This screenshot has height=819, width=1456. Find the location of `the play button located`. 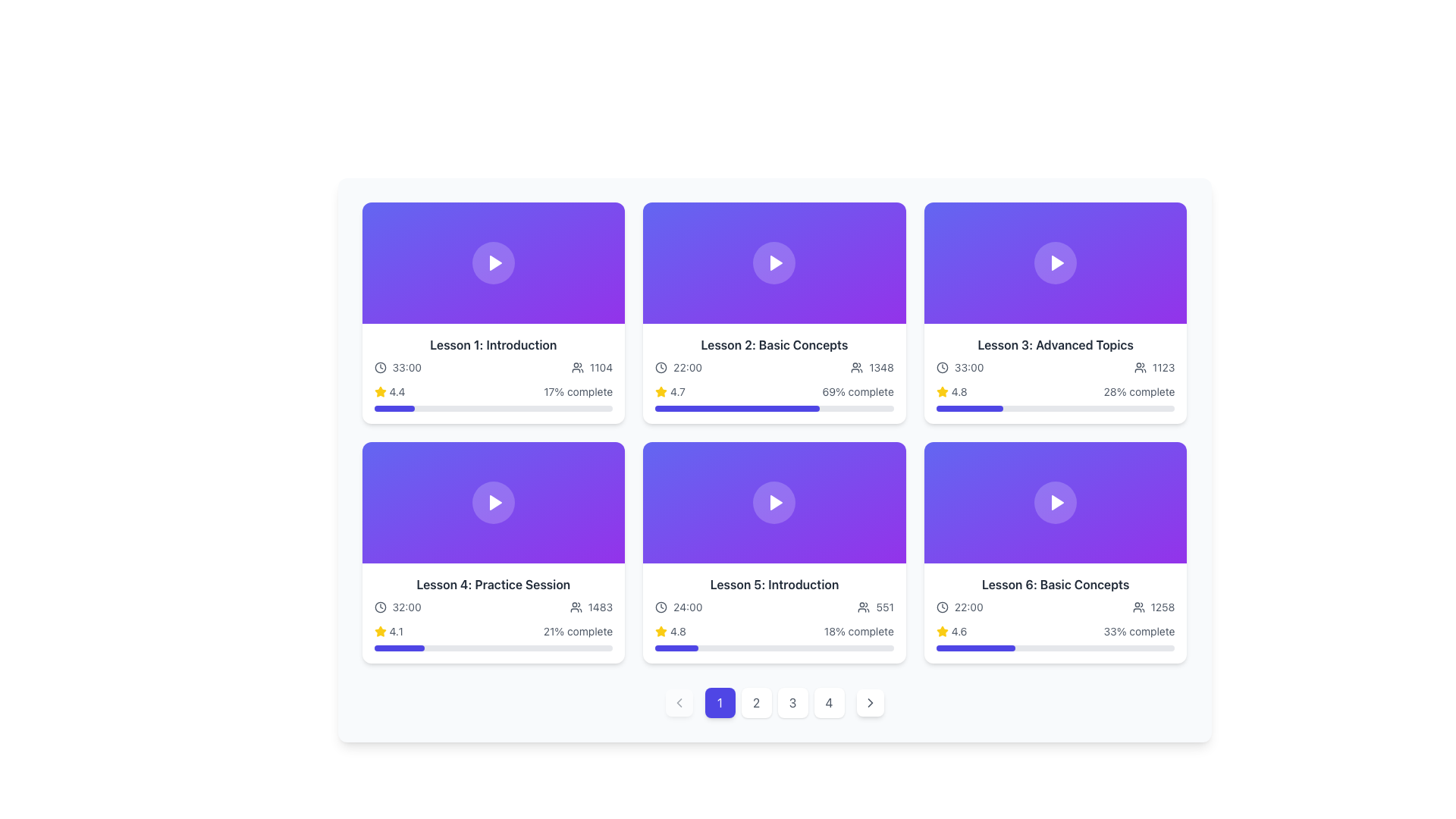

the play button located is located at coordinates (1057, 503).